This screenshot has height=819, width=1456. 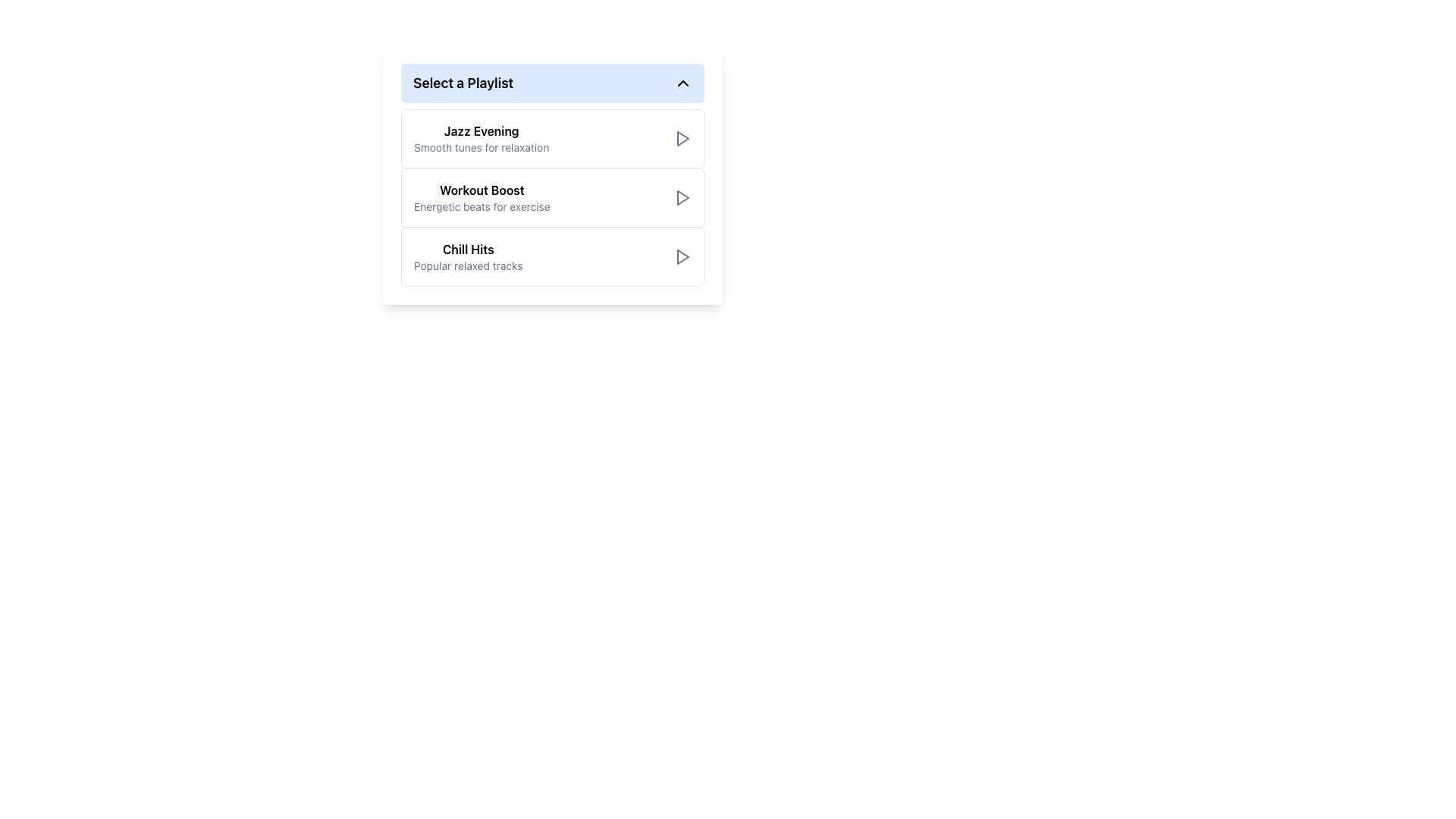 I want to click on the text element reading 'Workout Boost' which is bold and styled with 'font-semibold text-md', located in the 'Select a Playlist' card component, so click(x=481, y=189).